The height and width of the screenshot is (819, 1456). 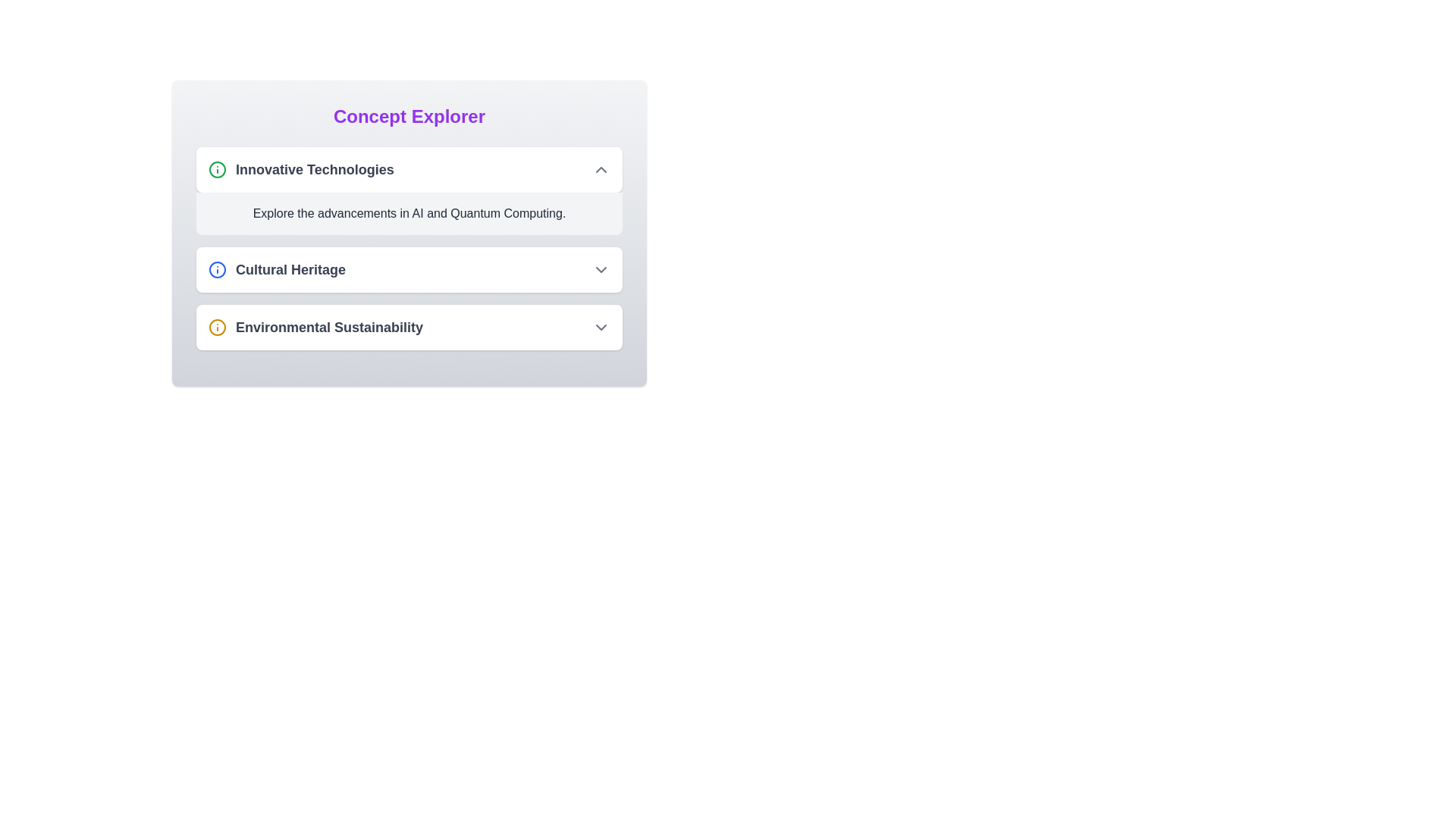 I want to click on the circular blue information icon with an 'i' symbol, positioned to the left of the 'Cultural Heritage' text label, which is the second item in a list, so click(x=217, y=268).